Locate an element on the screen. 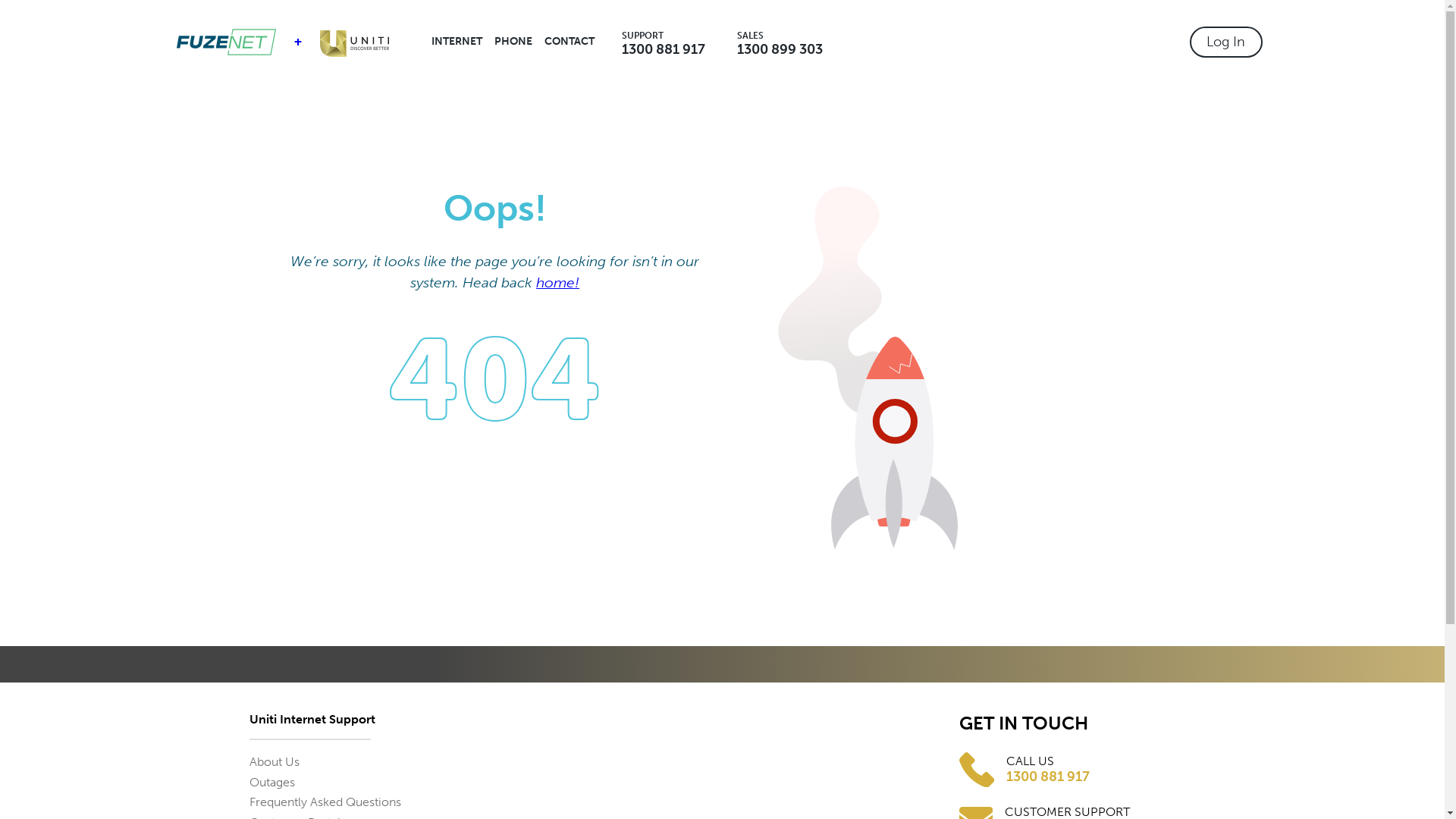 The height and width of the screenshot is (819, 1456). '1300 899 303' is located at coordinates (780, 49).